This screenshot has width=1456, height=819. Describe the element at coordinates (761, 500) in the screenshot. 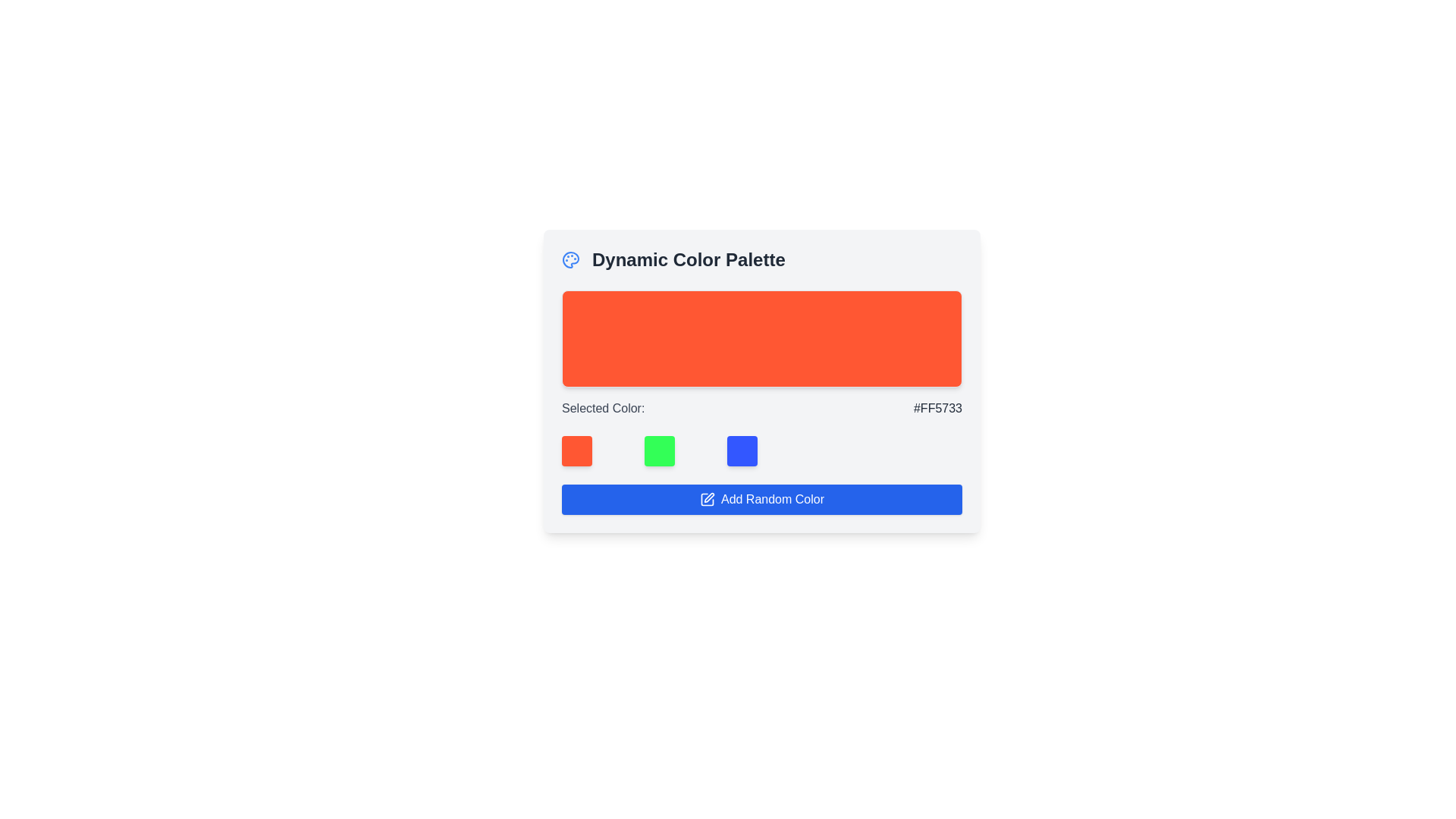

I see `the button at the bottom of the 'Dynamic Color Palette' card to observe the hover effects` at that location.